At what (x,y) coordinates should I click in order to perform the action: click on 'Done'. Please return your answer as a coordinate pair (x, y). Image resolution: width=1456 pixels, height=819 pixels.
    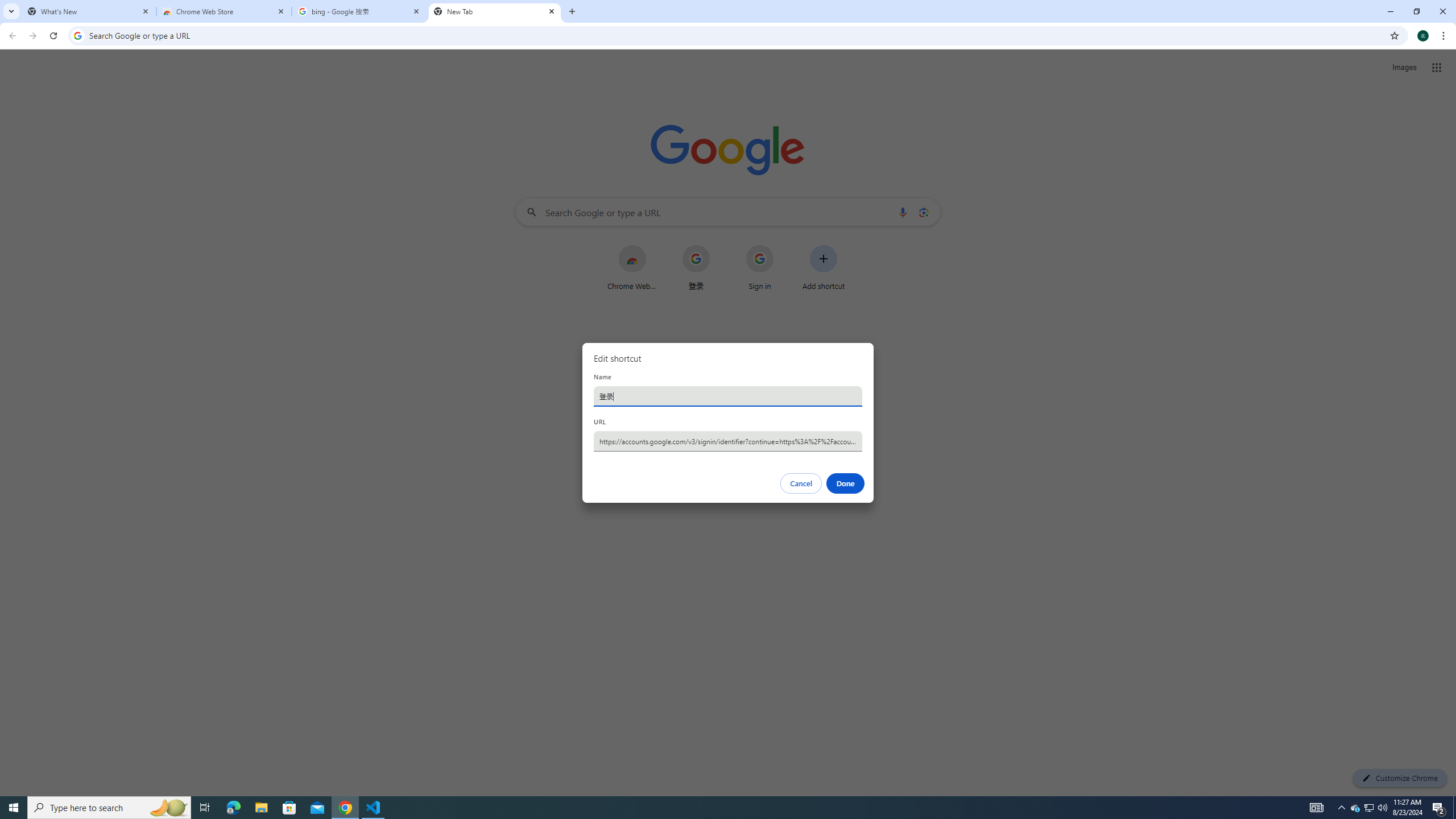
    Looking at the image, I should click on (846, 483).